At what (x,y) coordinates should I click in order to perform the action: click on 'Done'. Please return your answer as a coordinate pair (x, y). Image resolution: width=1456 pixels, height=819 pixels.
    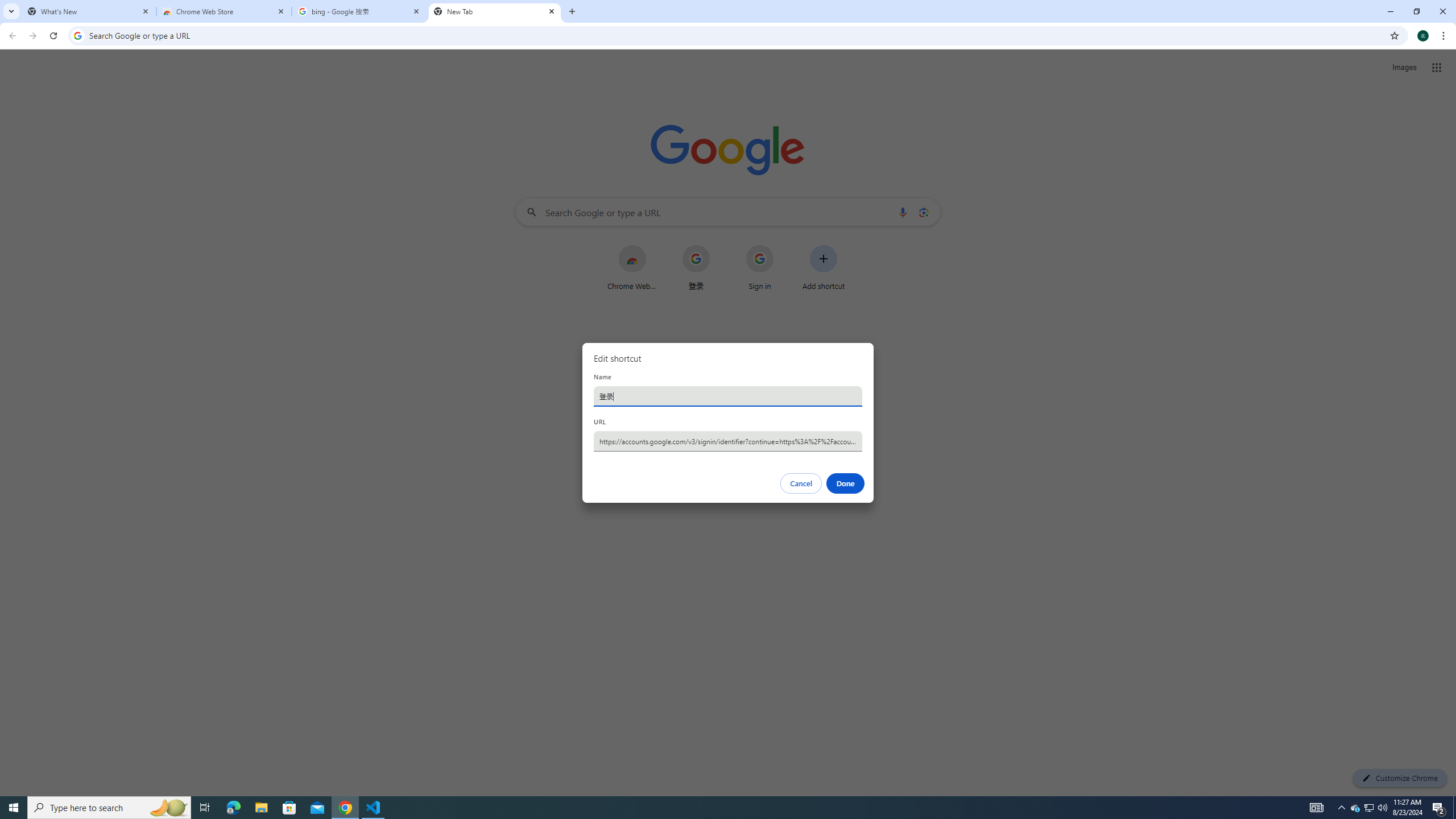
    Looking at the image, I should click on (846, 483).